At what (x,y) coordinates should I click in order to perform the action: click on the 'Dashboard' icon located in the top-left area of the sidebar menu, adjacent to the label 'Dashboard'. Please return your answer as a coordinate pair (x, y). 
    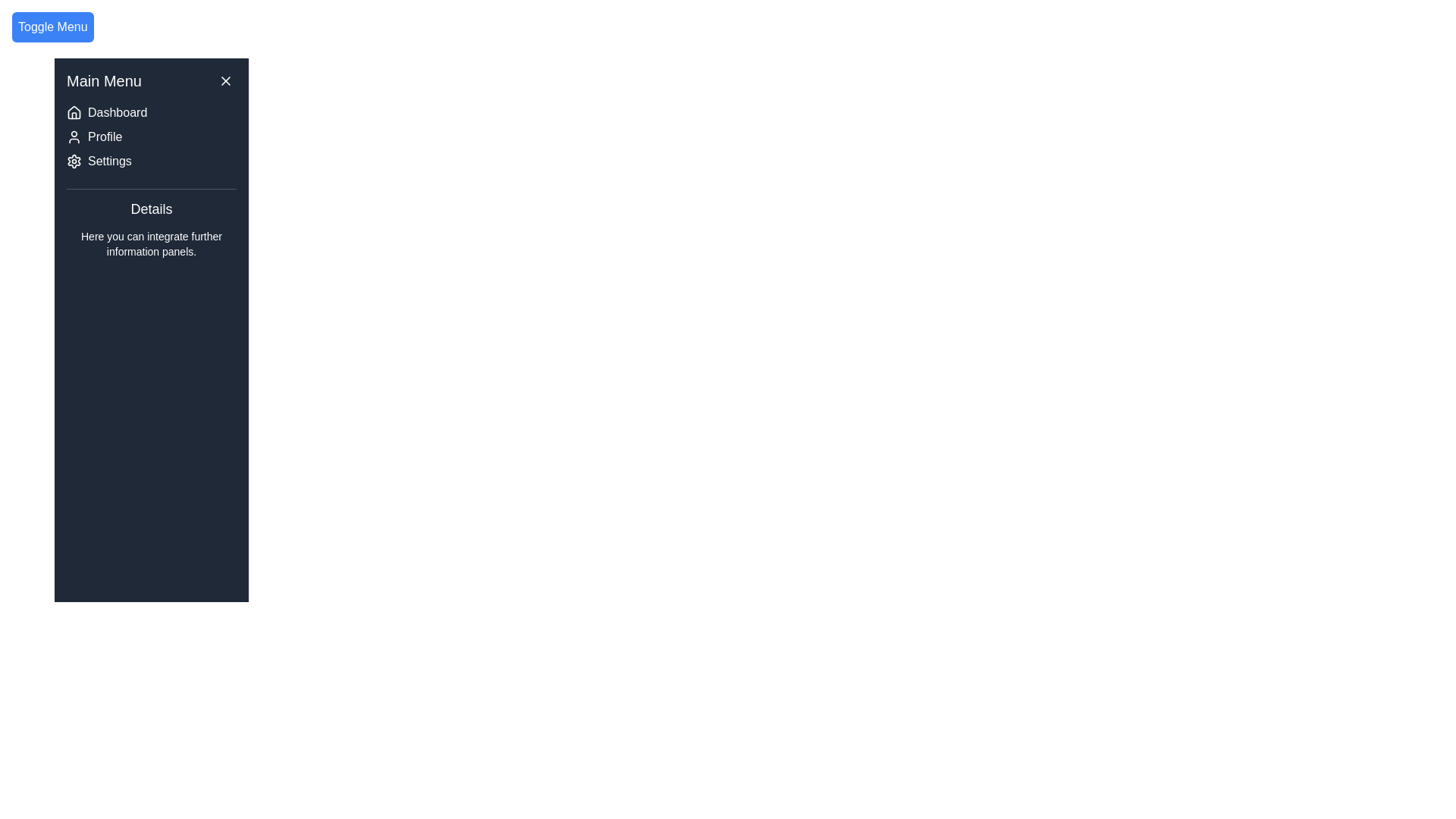
    Looking at the image, I should click on (73, 112).